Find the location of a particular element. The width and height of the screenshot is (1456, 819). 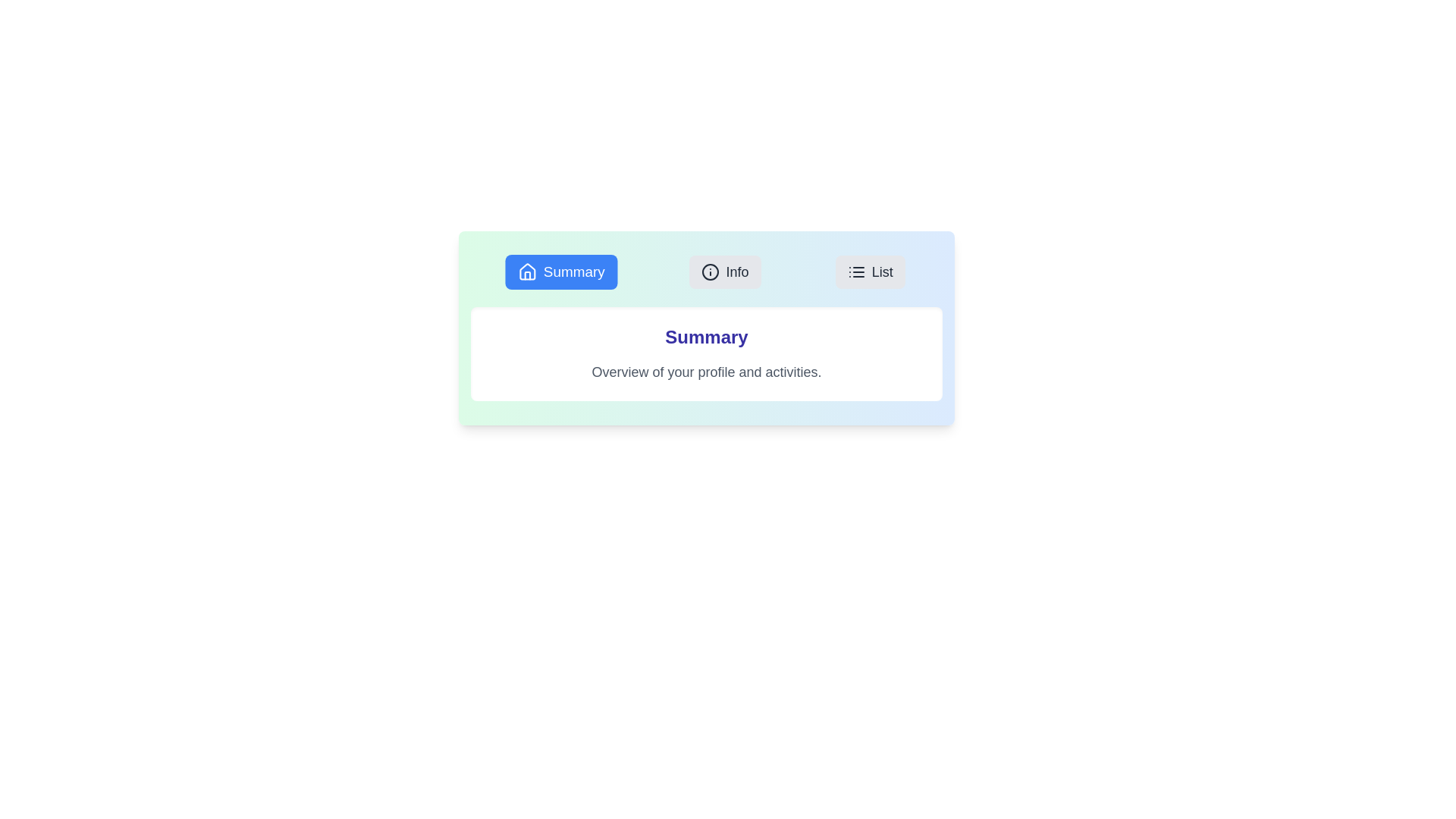

the tab labeled List to view its content is located at coordinates (870, 271).